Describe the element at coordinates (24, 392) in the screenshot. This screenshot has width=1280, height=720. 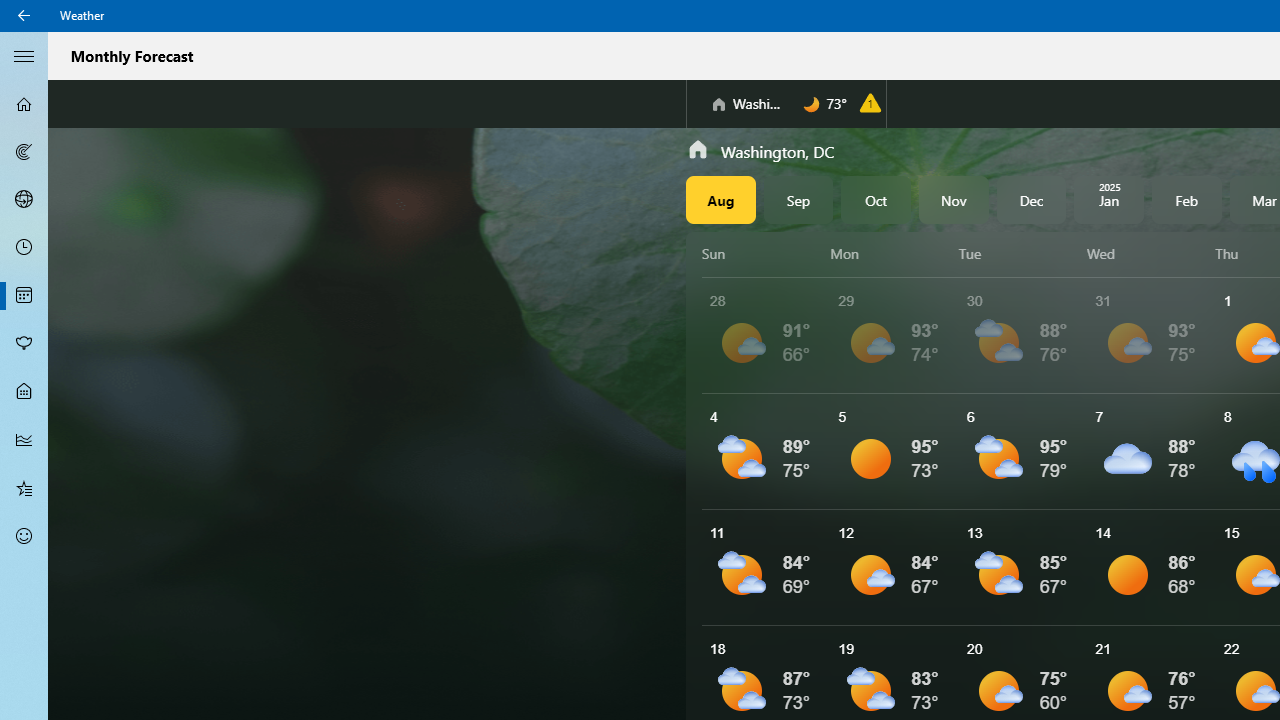
I see `'Life - Not Selected'` at that location.